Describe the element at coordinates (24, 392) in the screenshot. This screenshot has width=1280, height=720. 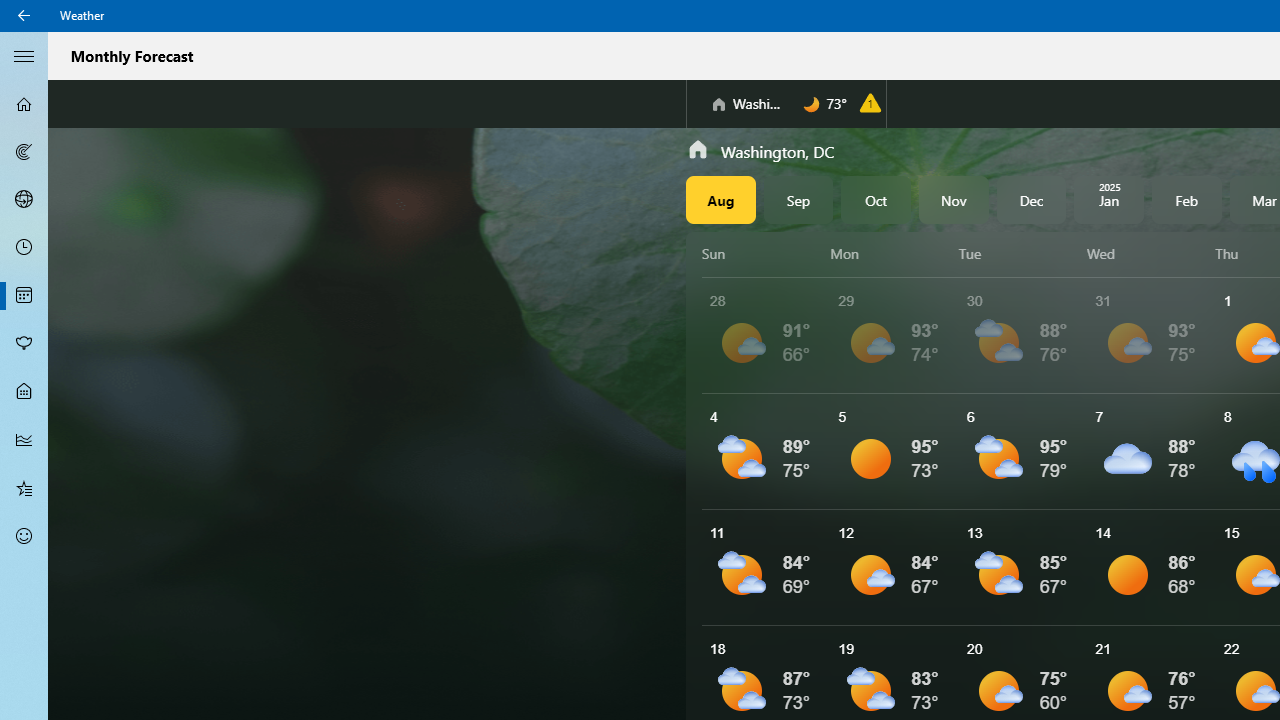
I see `'Life - Not Selected'` at that location.